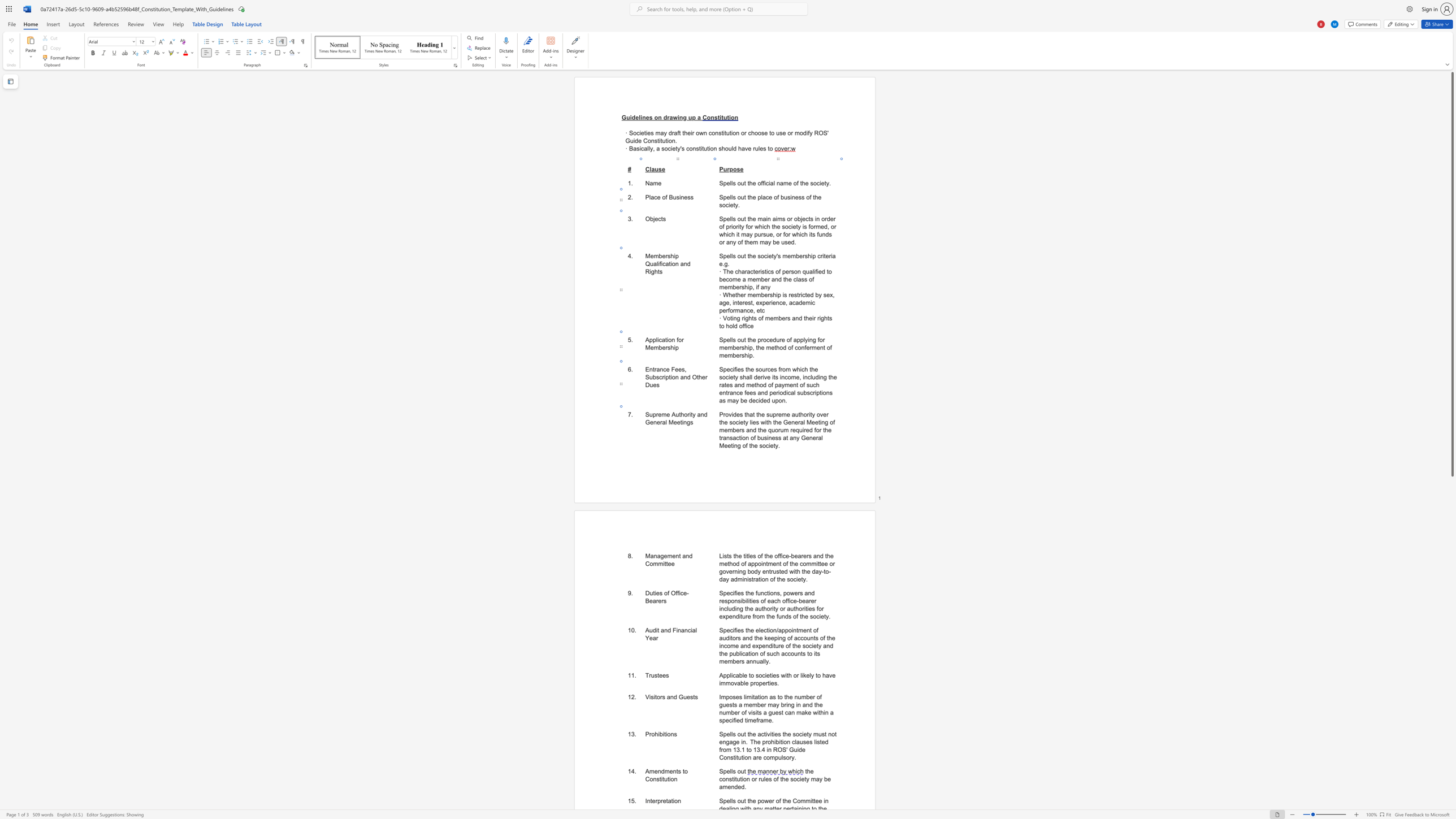 This screenshot has width=1456, height=819. What do you see at coordinates (665, 734) in the screenshot?
I see `the 3th character "i" in the text` at bounding box center [665, 734].